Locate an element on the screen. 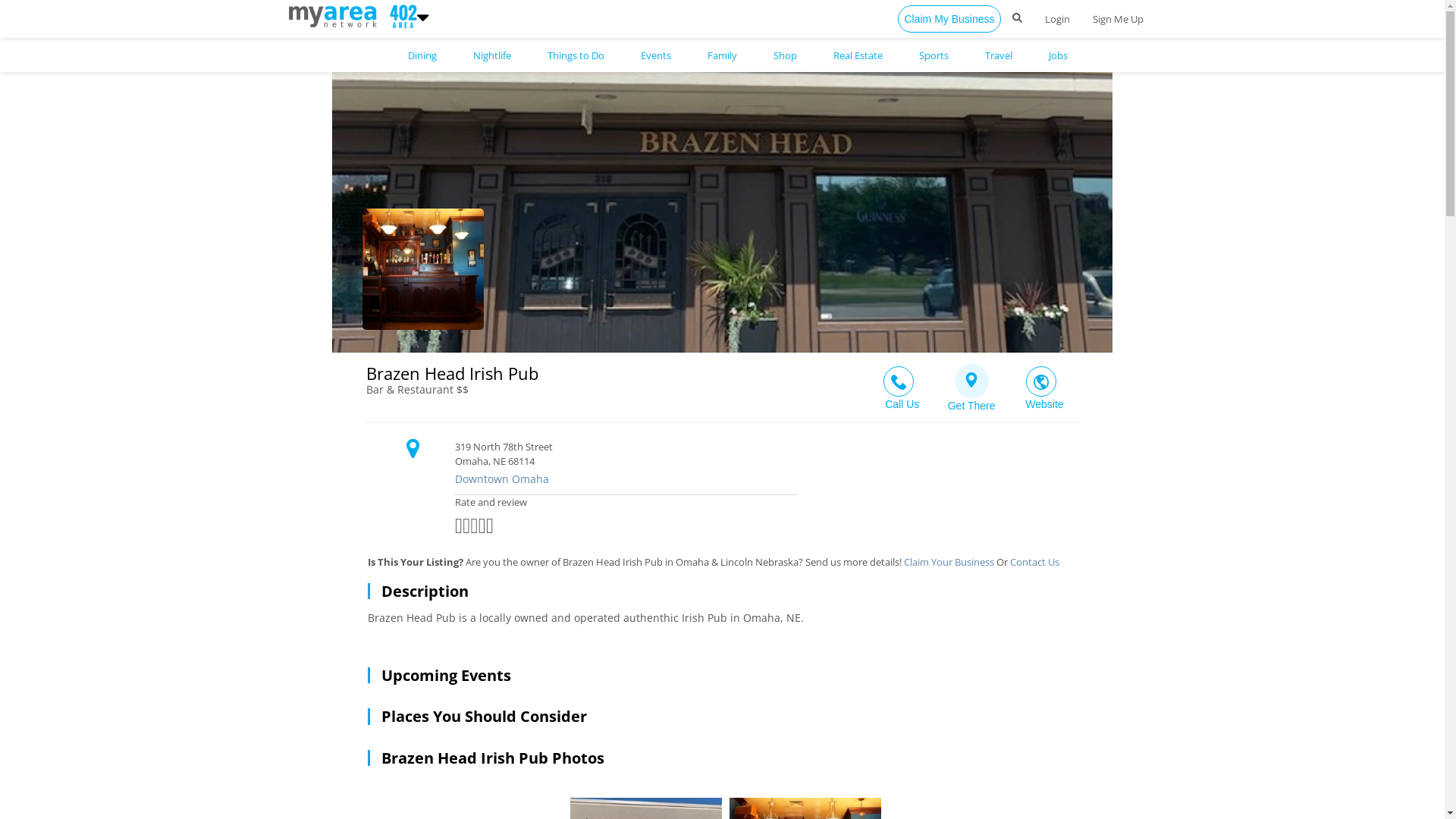 Image resolution: width=1456 pixels, height=819 pixels. 'Jobs' is located at coordinates (1056, 55).